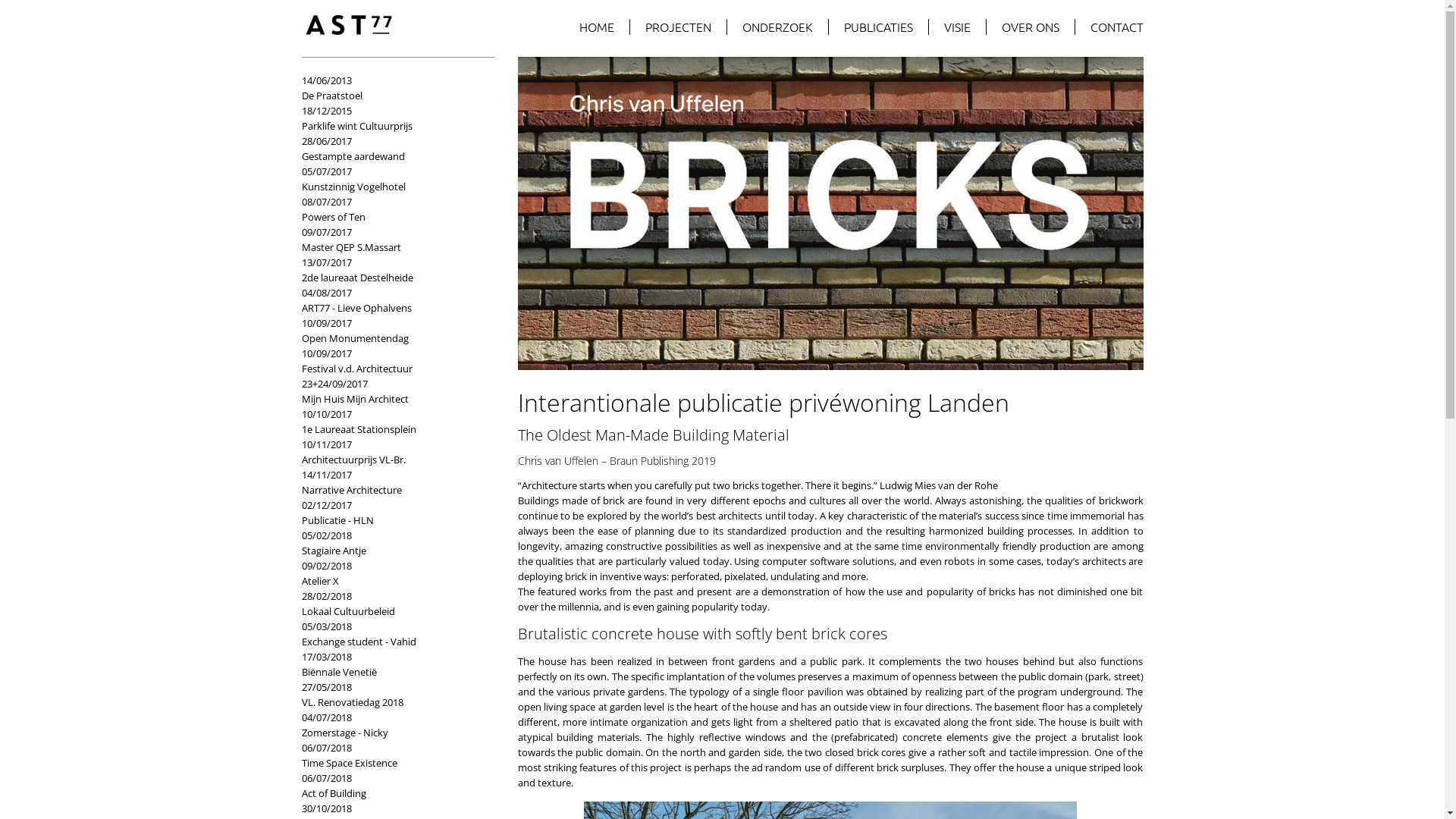 This screenshot has width=1456, height=819. Describe the element at coordinates (391, 300) in the screenshot. I see `'04/08/2017` at that location.